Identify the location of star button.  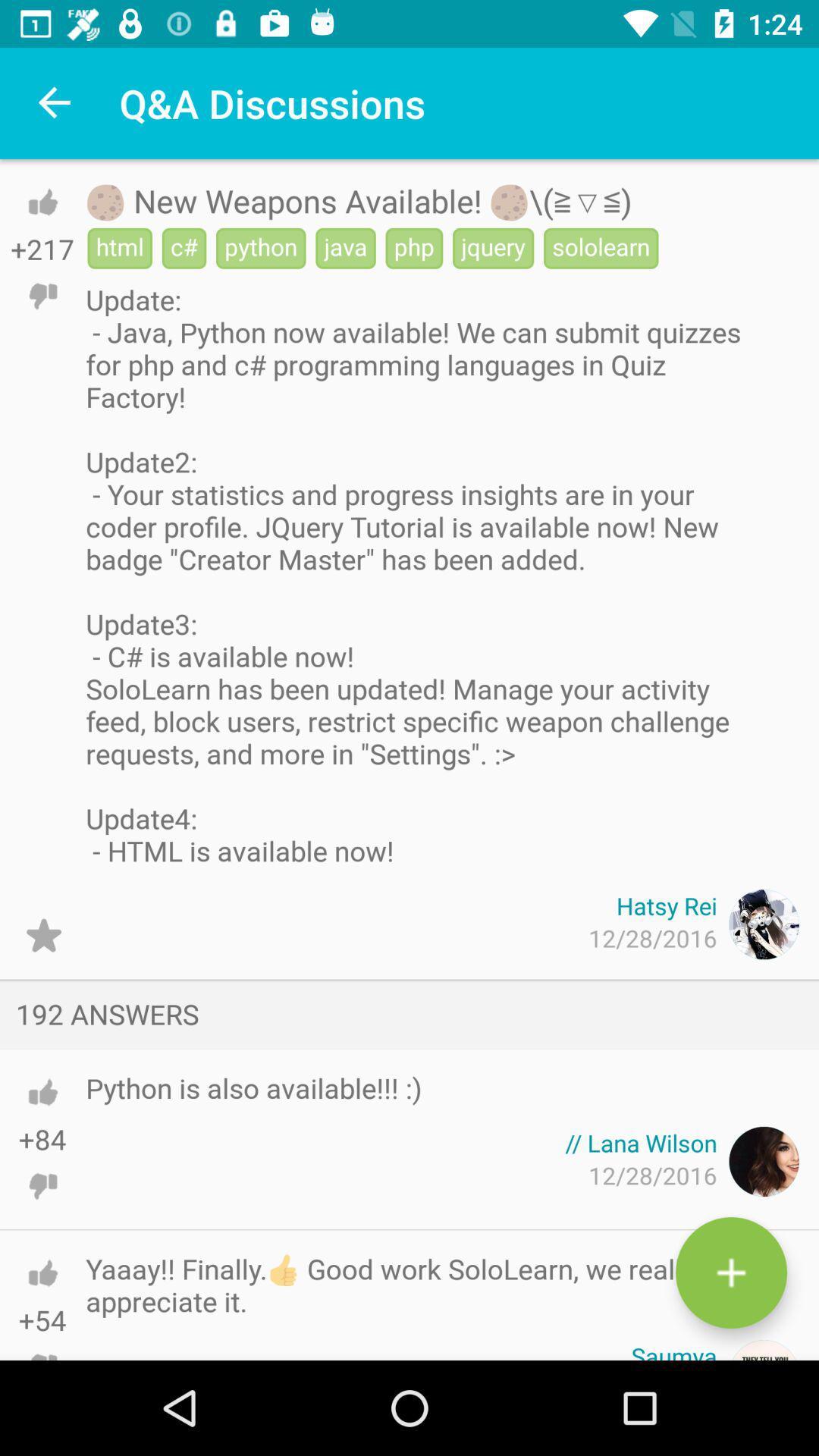
(42, 934).